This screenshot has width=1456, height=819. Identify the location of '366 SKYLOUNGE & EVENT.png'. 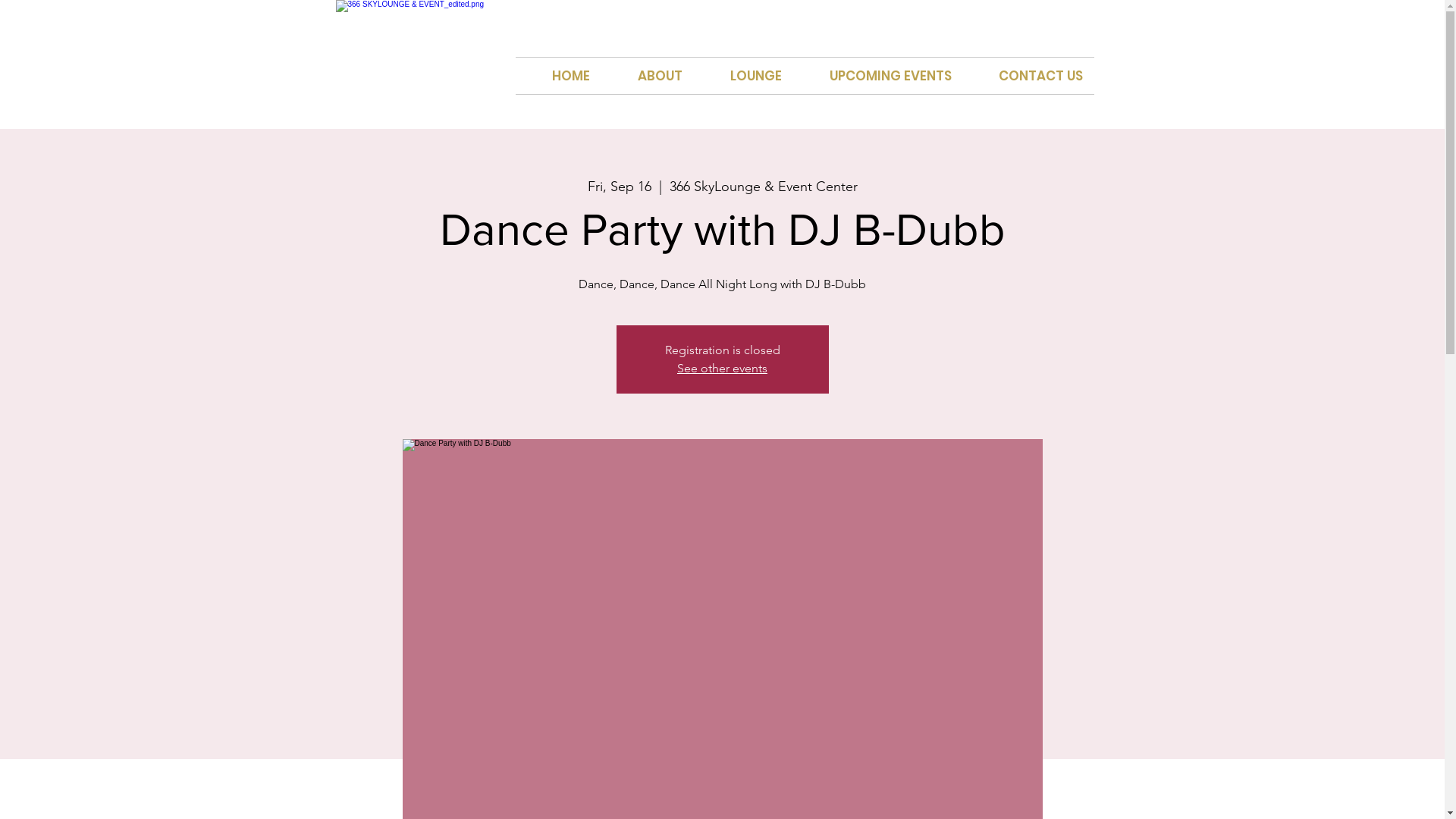
(428, 49).